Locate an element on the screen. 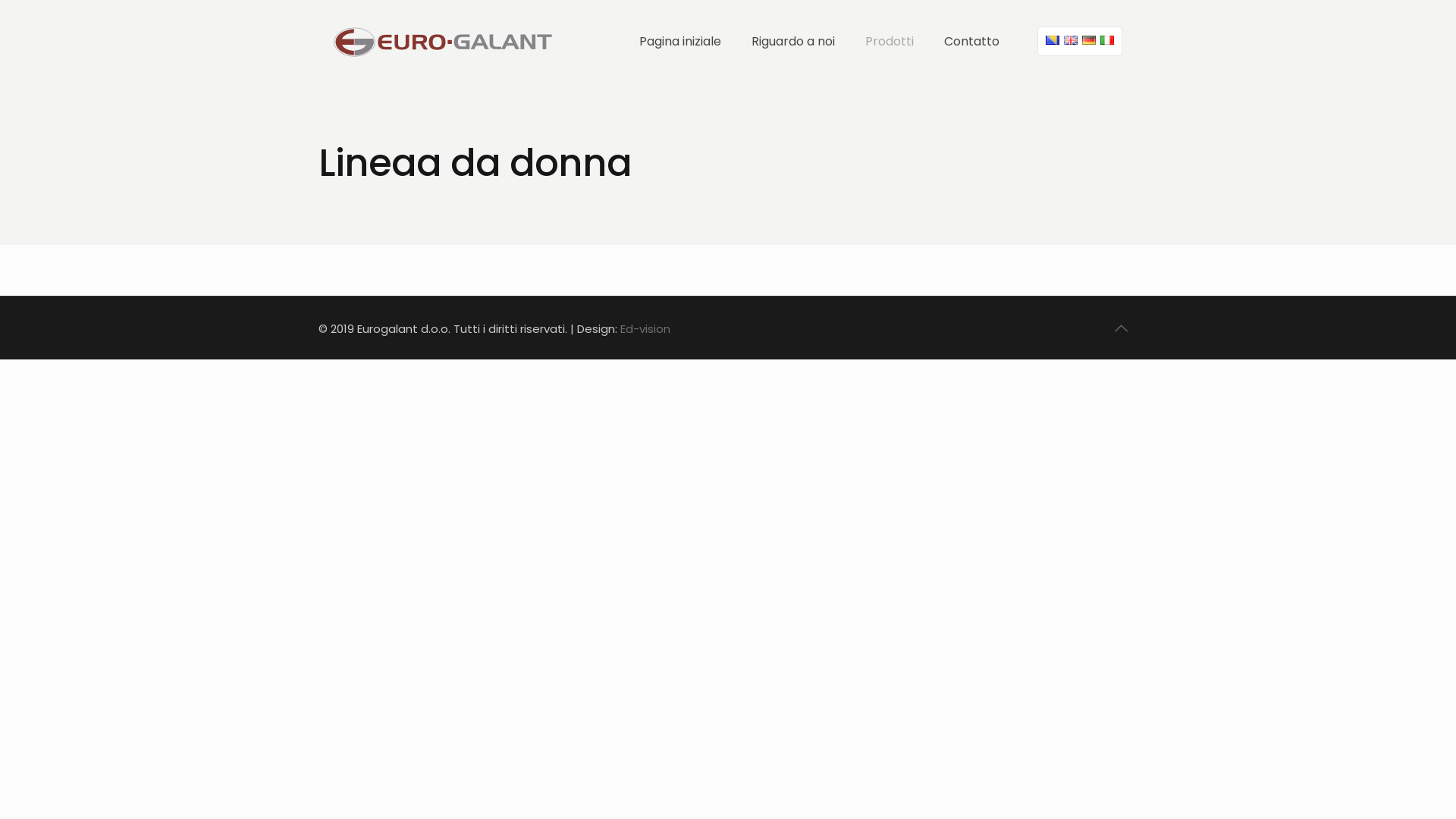  'Prodotti' is located at coordinates (850, 40).